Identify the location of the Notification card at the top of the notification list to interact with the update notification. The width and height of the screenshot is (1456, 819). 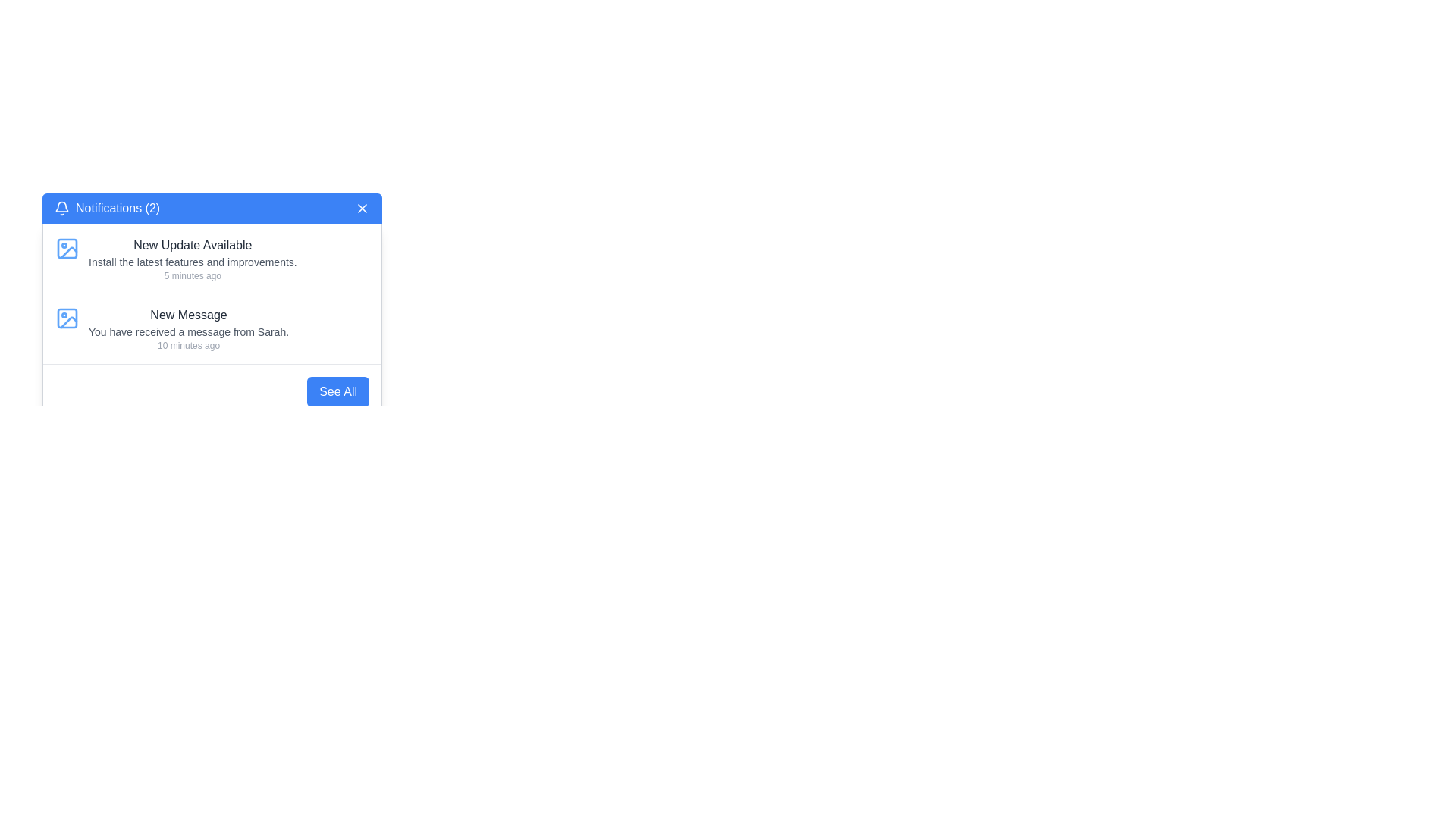
(211, 259).